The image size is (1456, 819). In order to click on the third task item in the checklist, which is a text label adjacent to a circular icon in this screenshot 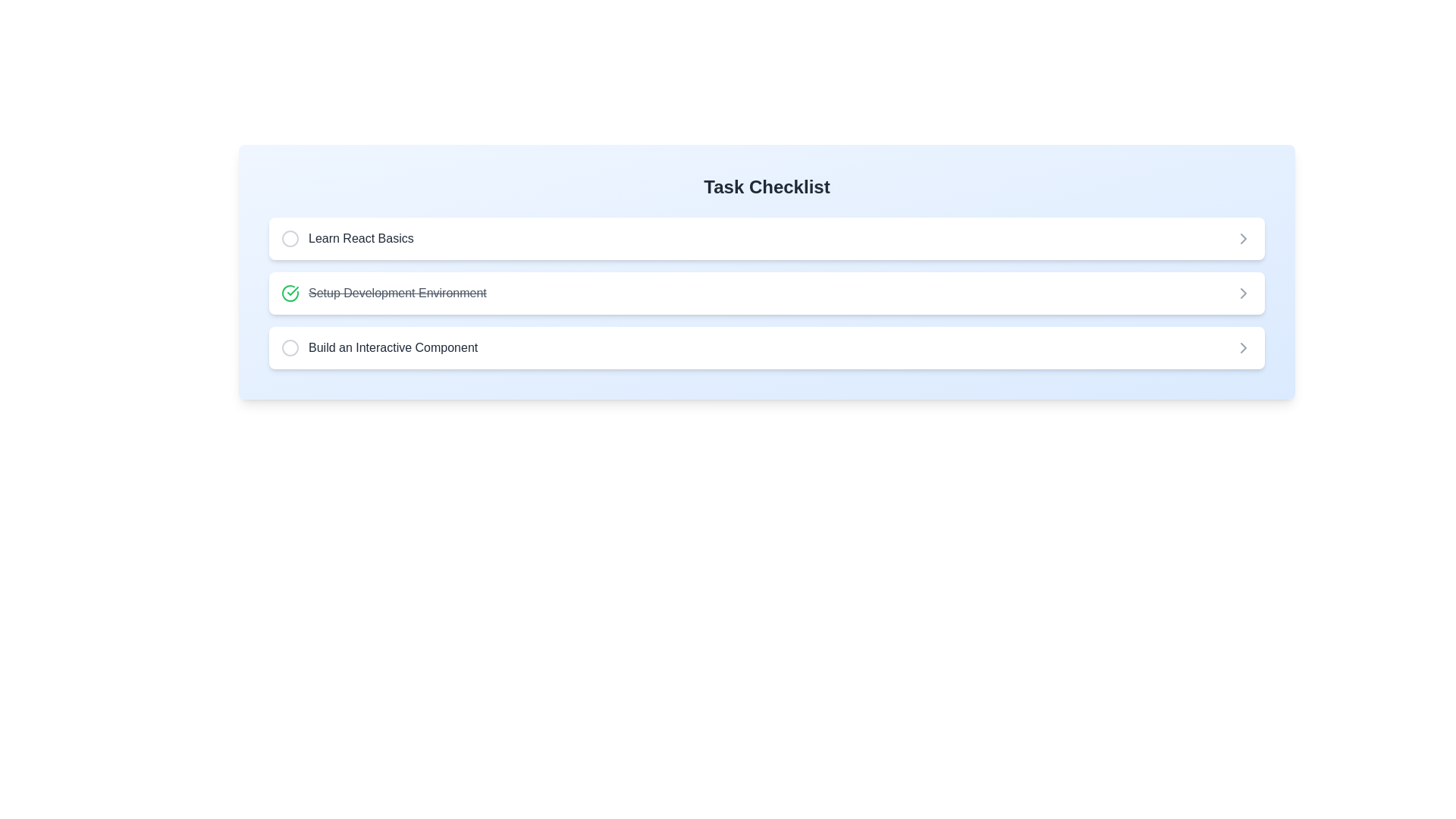, I will do `click(379, 348)`.